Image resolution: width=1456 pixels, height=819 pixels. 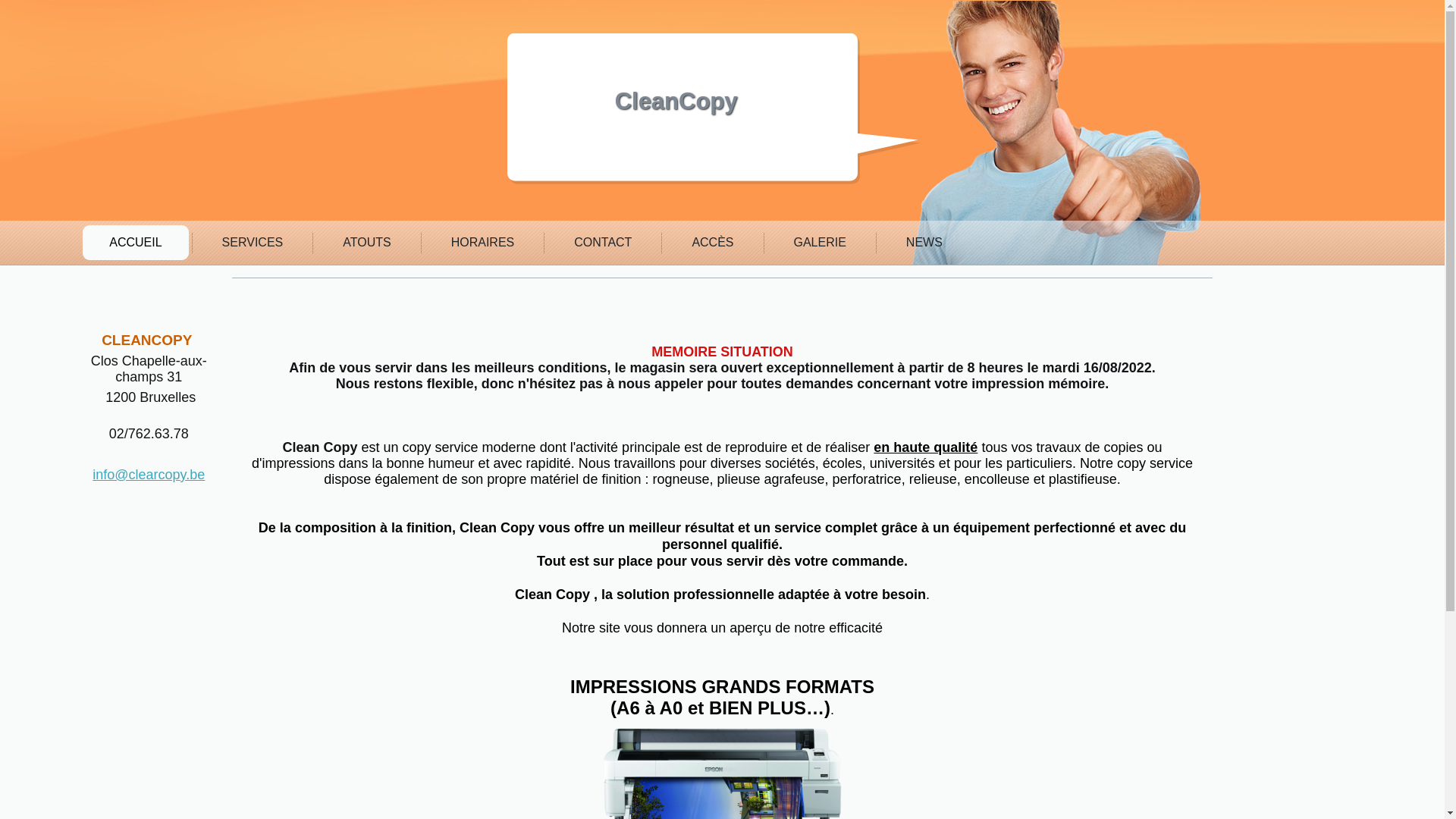 What do you see at coordinates (602, 242) in the screenshot?
I see `'CONTACT'` at bounding box center [602, 242].